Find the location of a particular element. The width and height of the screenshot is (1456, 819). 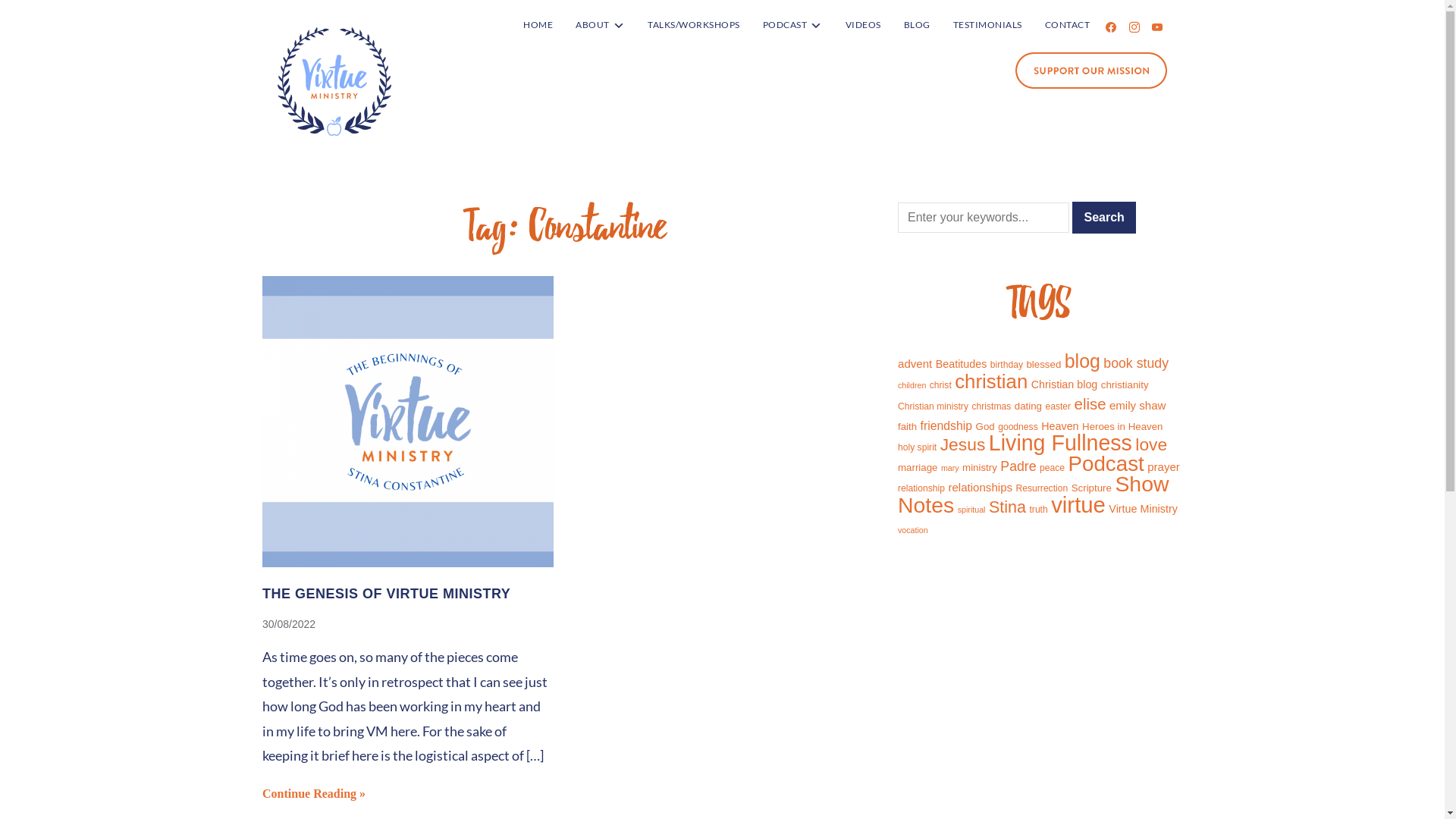

'christmas' is located at coordinates (990, 406).